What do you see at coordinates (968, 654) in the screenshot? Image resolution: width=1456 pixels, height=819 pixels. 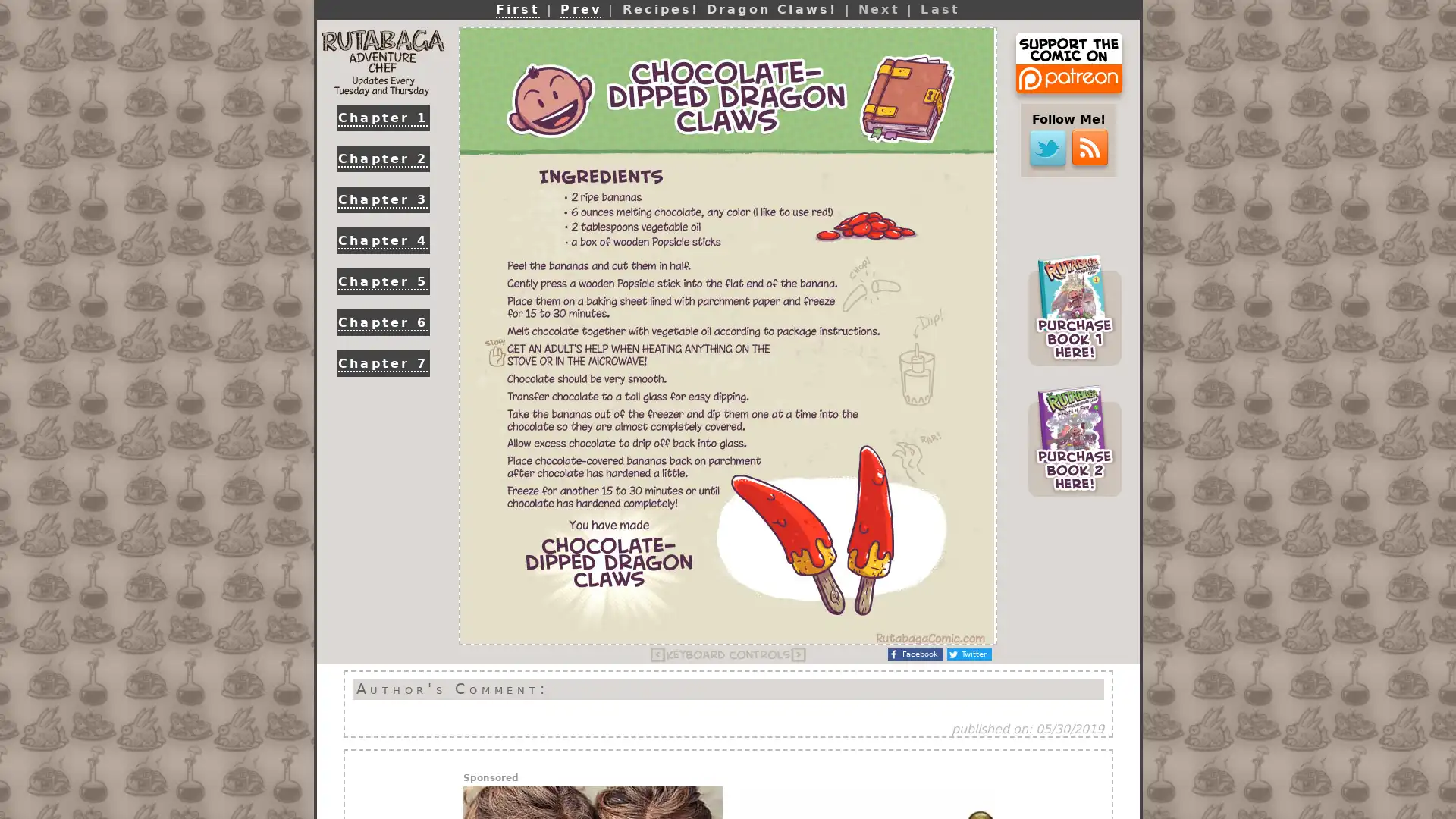 I see `Share to TwitterTwitter` at bounding box center [968, 654].